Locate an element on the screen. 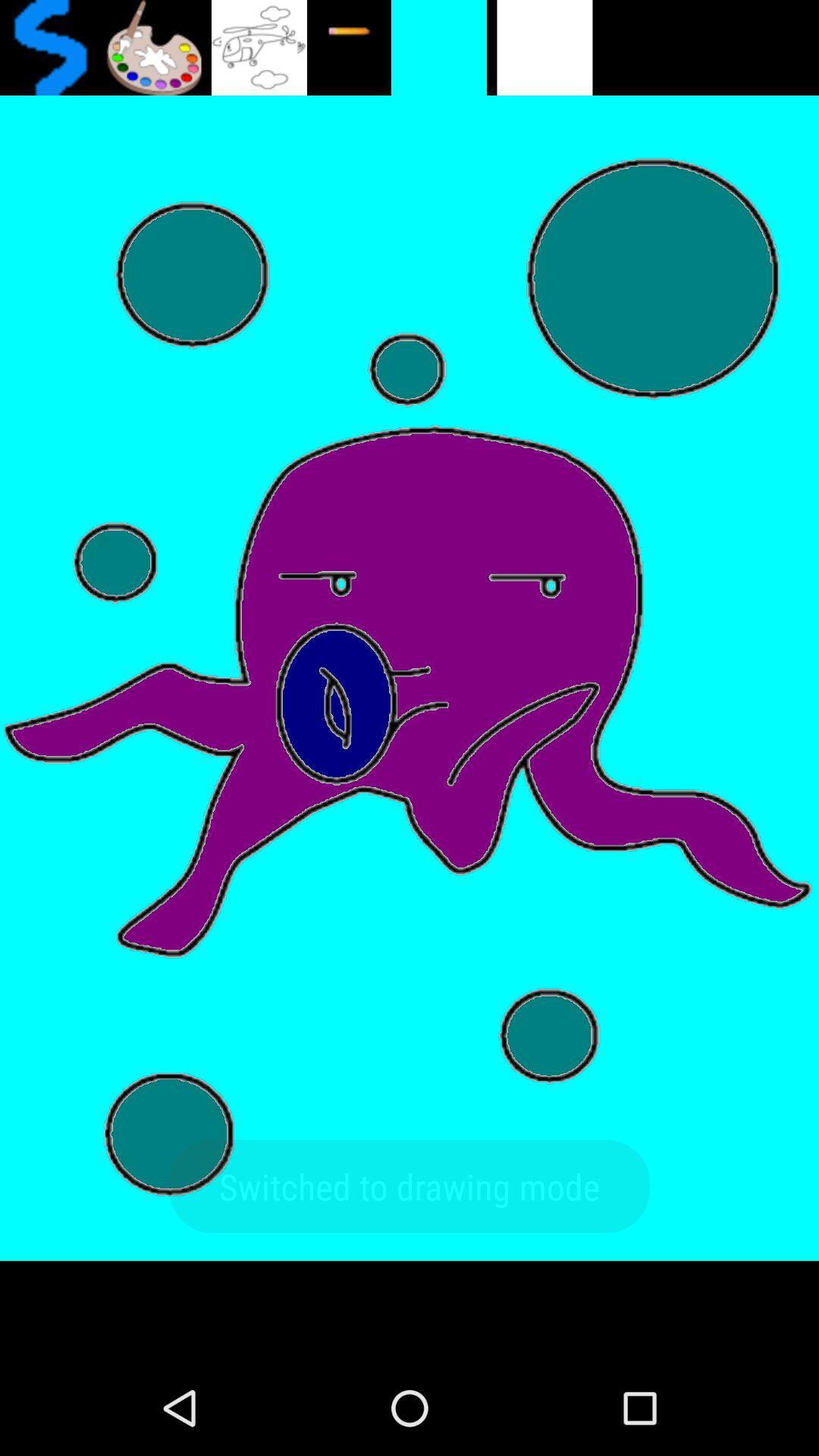  coloring button is located at coordinates (153, 47).